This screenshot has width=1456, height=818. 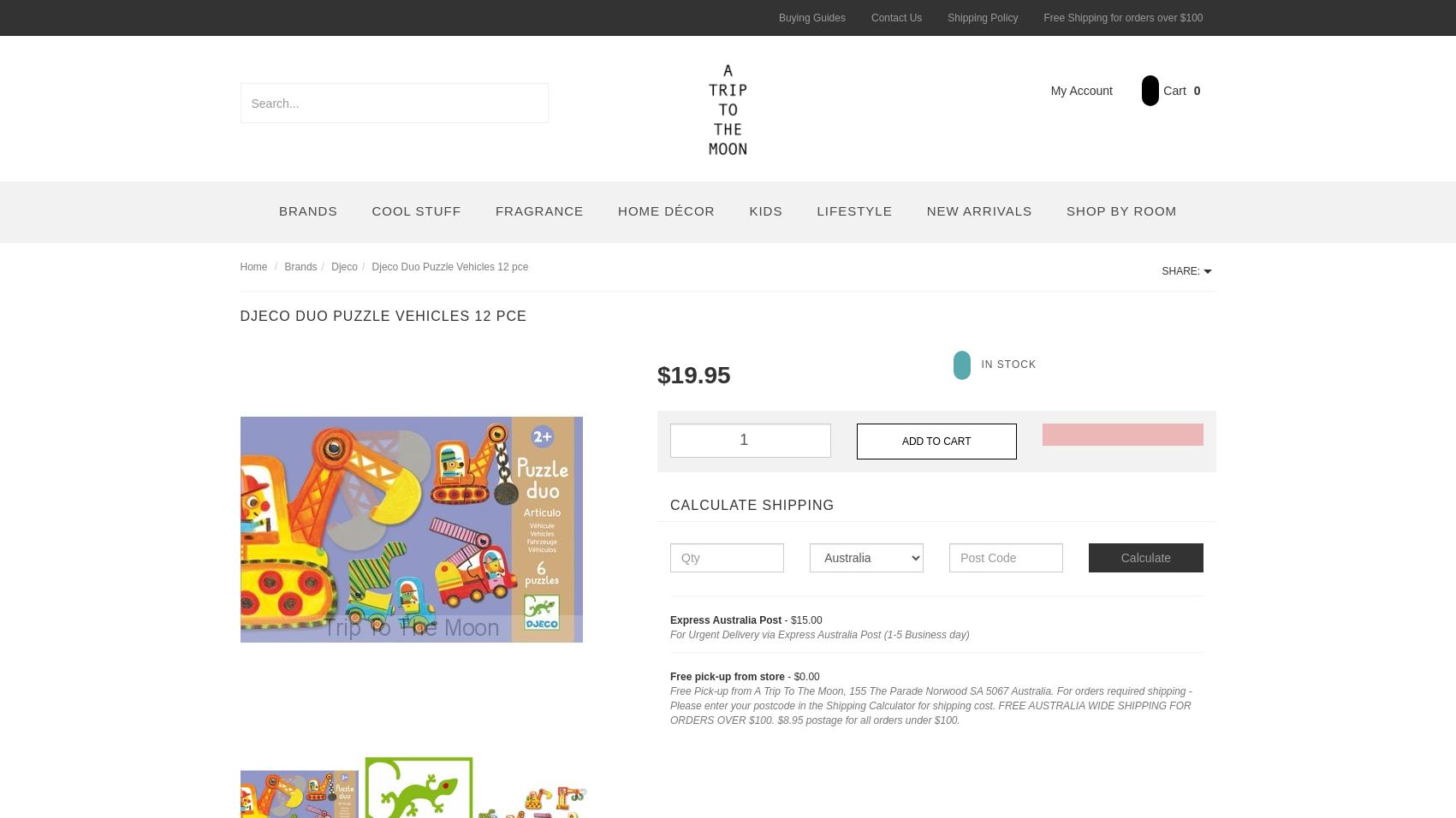 I want to click on 'Calculate', so click(x=1144, y=557).